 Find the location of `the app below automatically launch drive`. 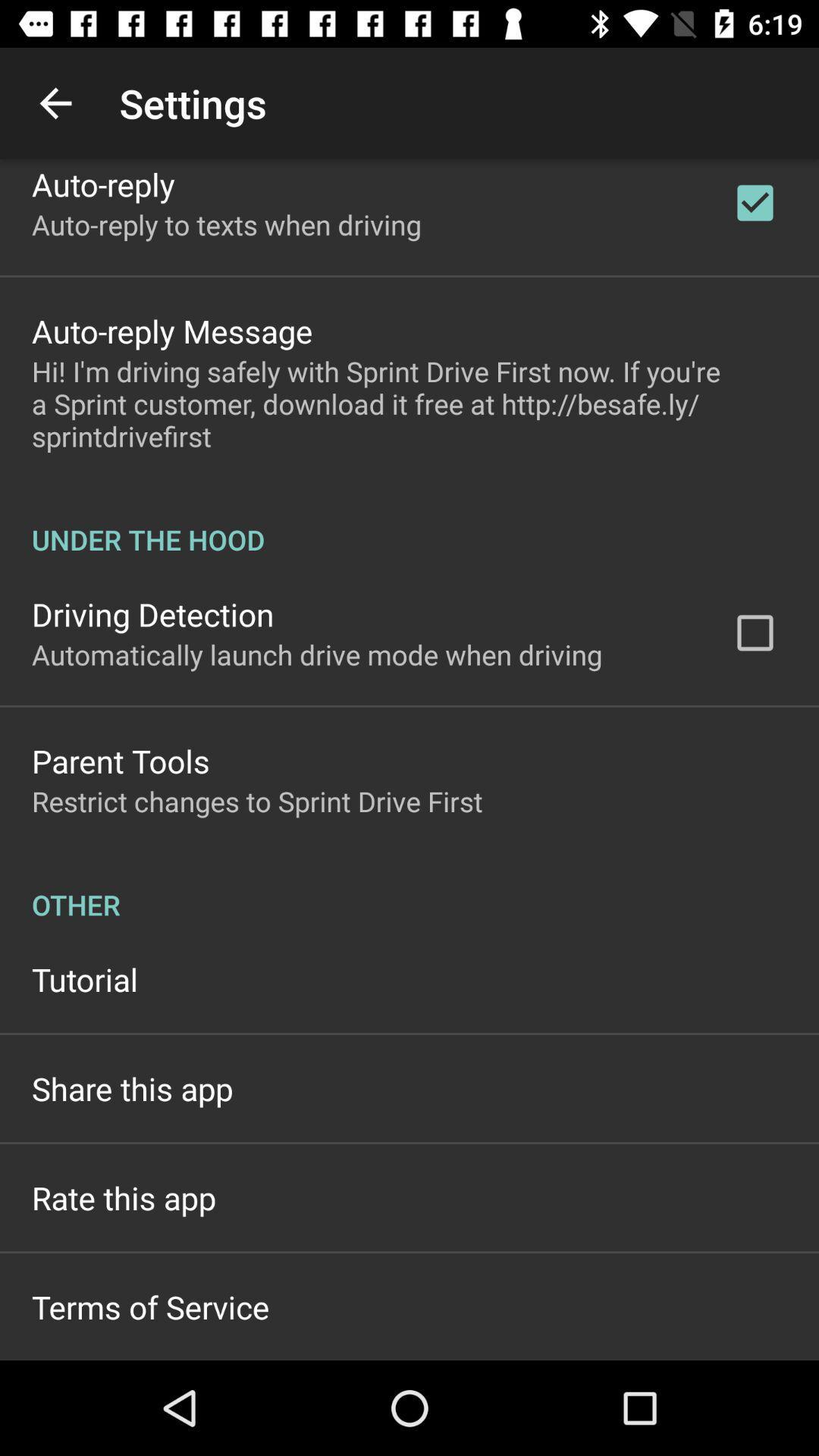

the app below automatically launch drive is located at coordinates (120, 761).